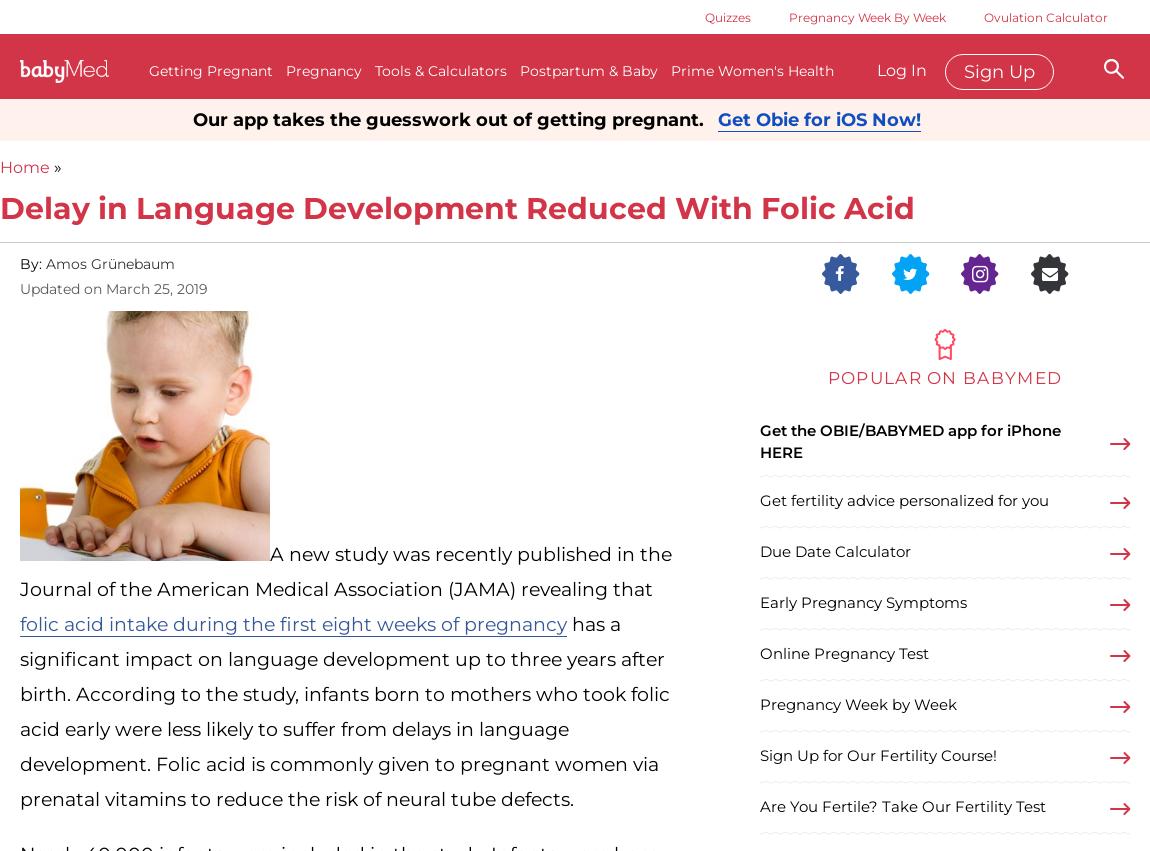 This screenshot has height=851, width=1150. What do you see at coordinates (750, 70) in the screenshot?
I see `'Prime Women's Health'` at bounding box center [750, 70].